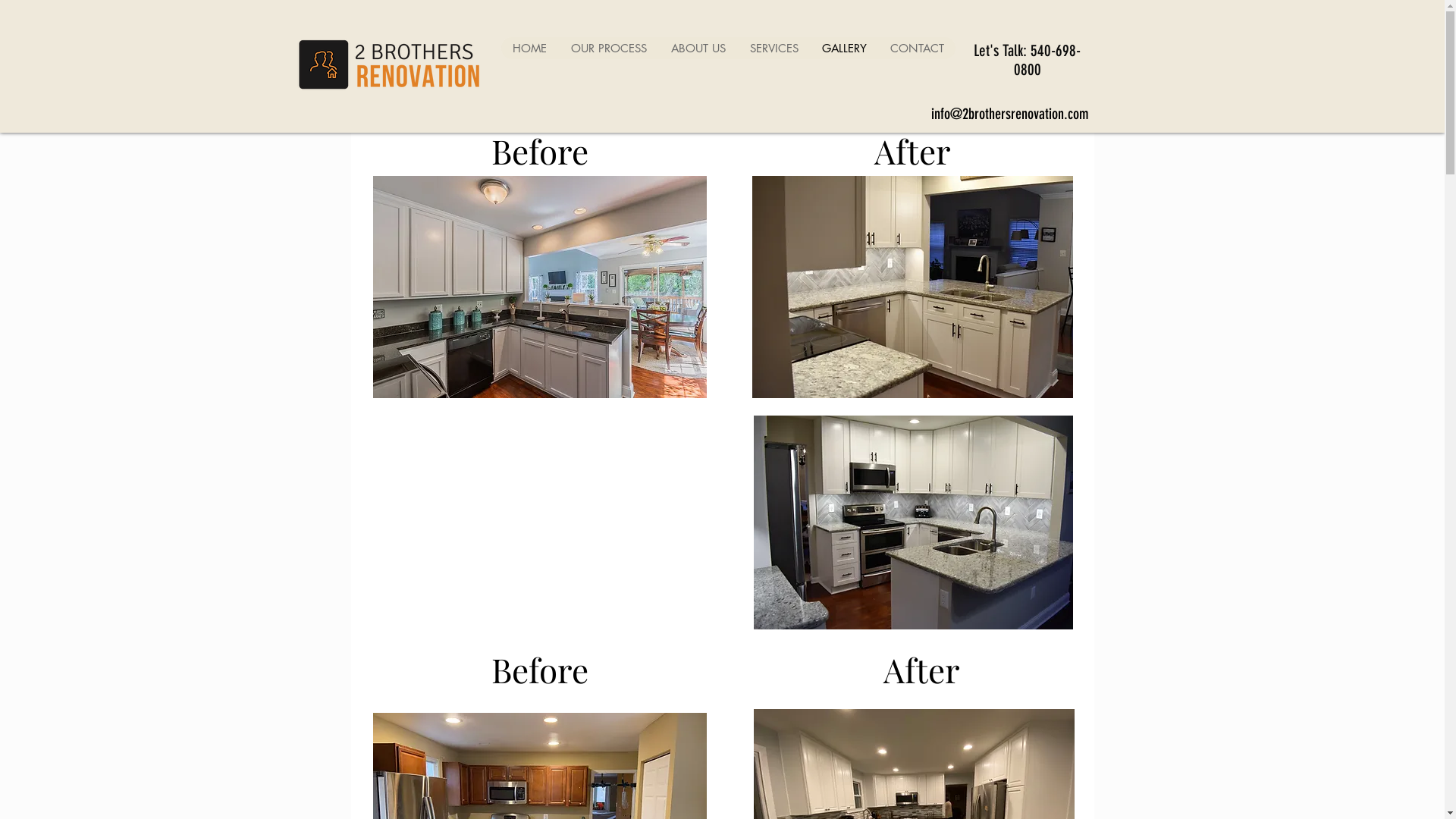 The width and height of the screenshot is (1456, 819). What do you see at coordinates (843, 47) in the screenshot?
I see `'GALLERY'` at bounding box center [843, 47].